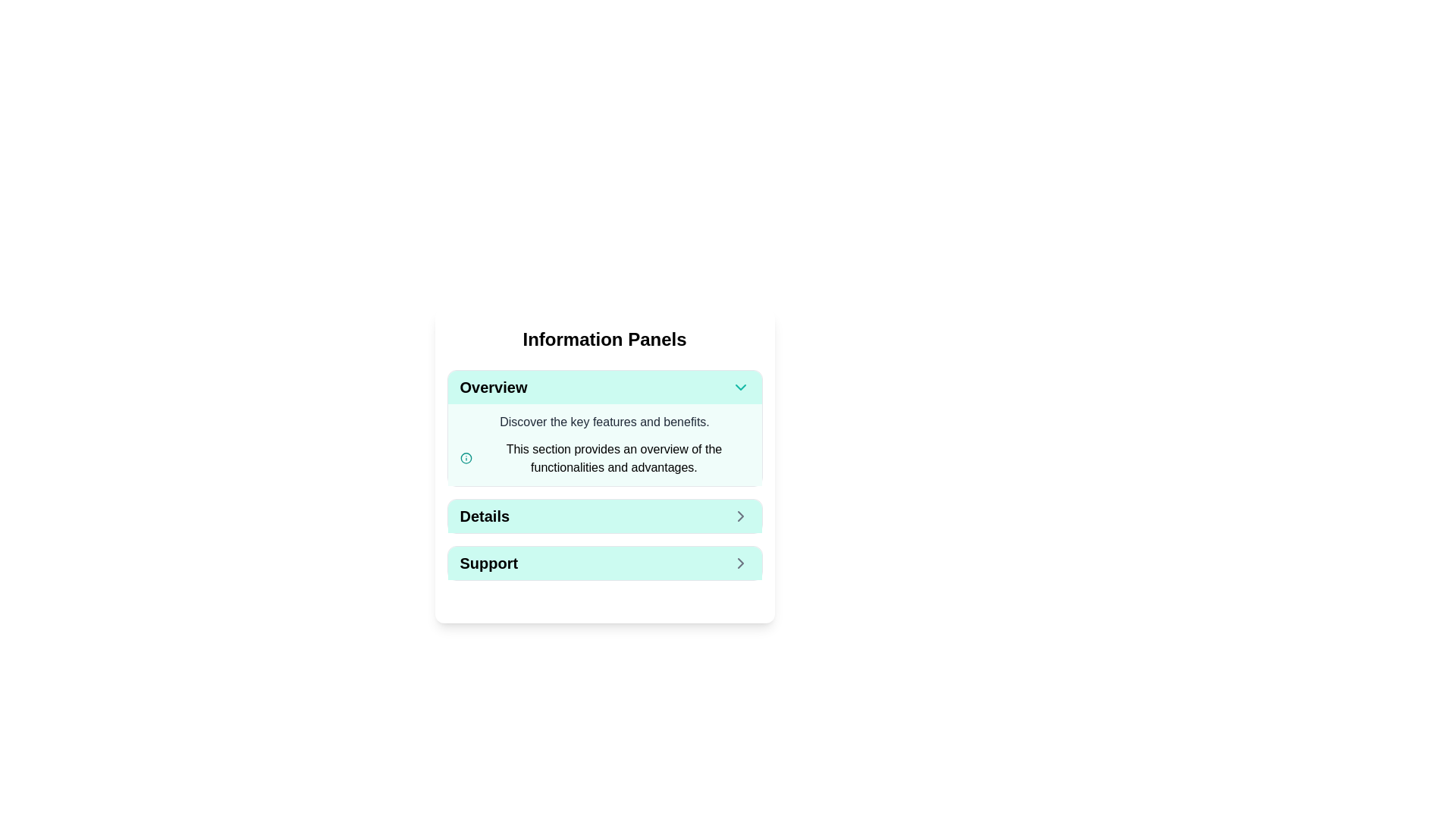 This screenshot has width=1456, height=819. I want to click on the navigation button located in the middle section of the 'Information Panels', so click(604, 516).